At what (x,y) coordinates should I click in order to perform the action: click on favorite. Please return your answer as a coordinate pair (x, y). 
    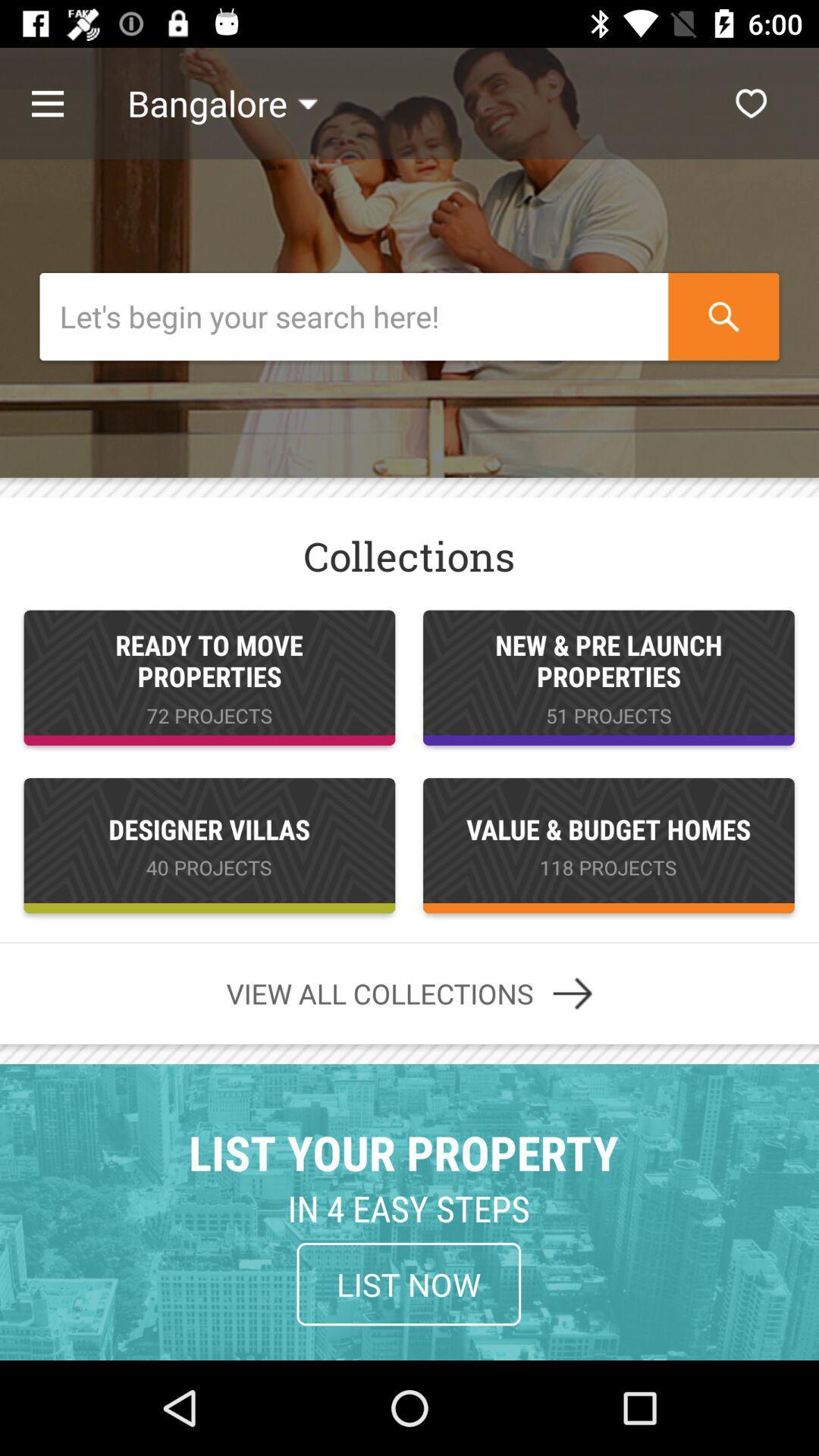
    Looking at the image, I should click on (751, 102).